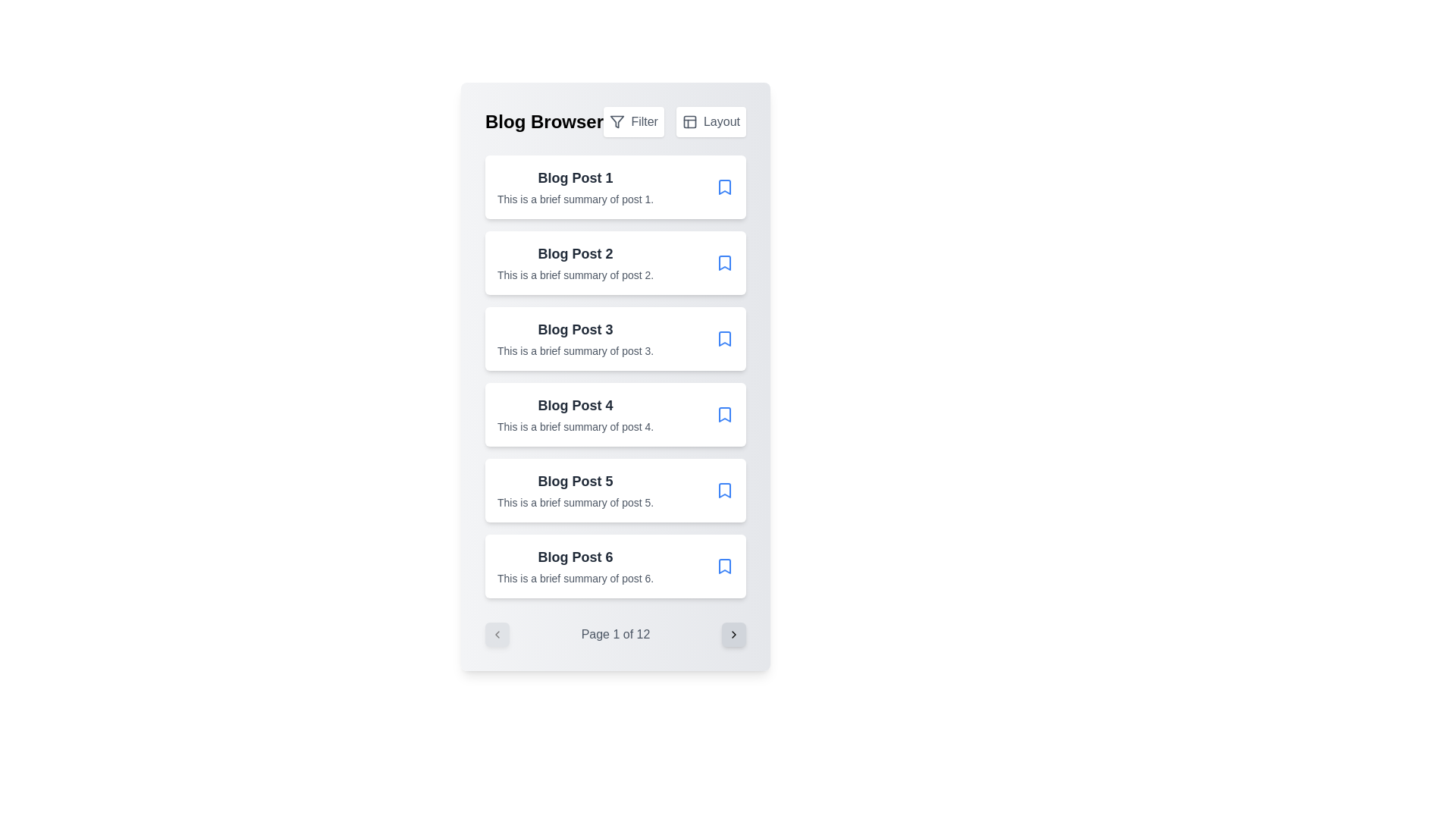 This screenshot has height=819, width=1456. What do you see at coordinates (497, 635) in the screenshot?
I see `the Navigation button with an embedded leftward-pointing chevron icon to observe the hover effect` at bounding box center [497, 635].